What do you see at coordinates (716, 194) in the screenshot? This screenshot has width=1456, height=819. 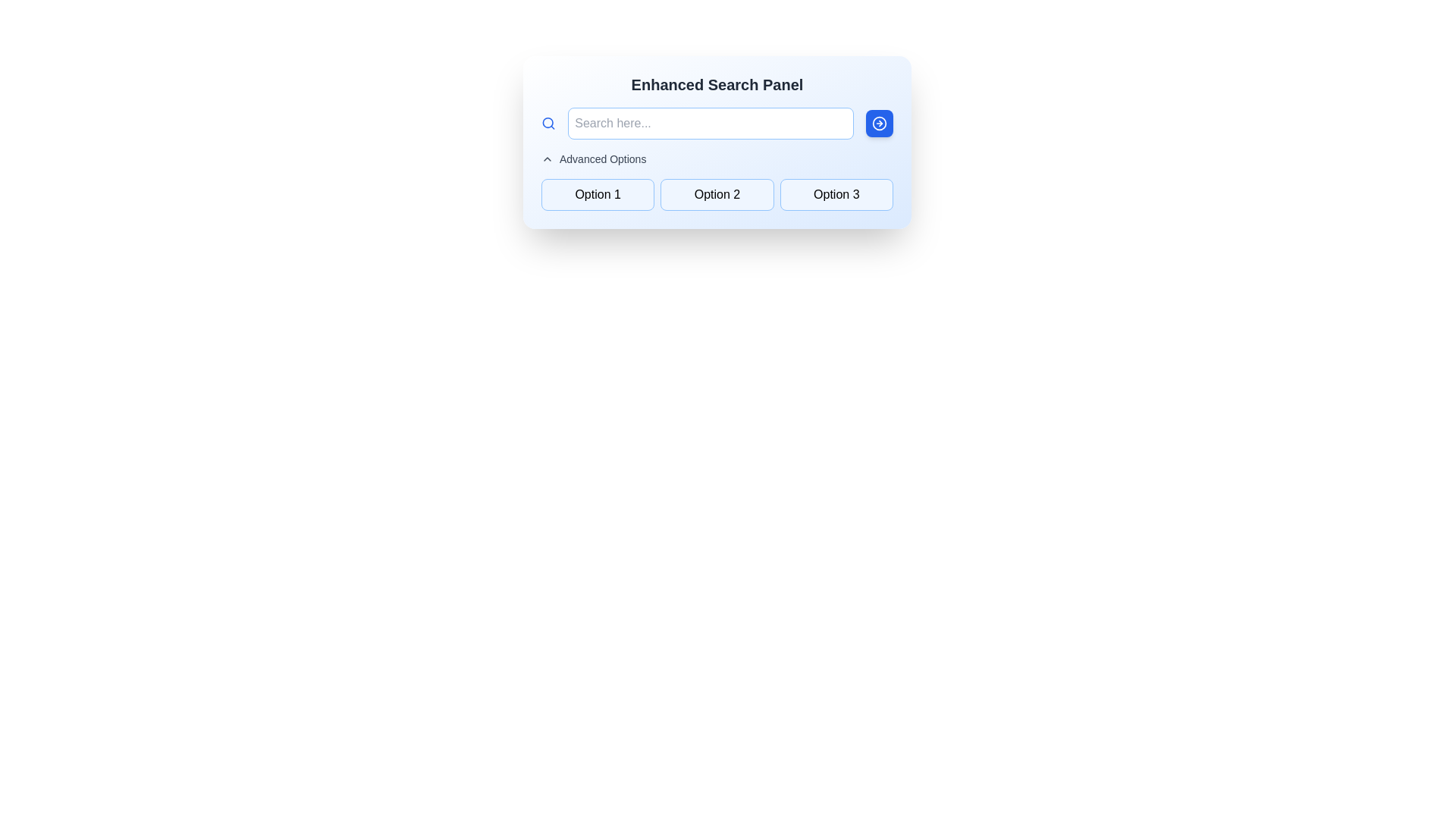 I see `the button labeled 'Option 2', which is a rectangular button with a light blue background and rounded corners` at bounding box center [716, 194].